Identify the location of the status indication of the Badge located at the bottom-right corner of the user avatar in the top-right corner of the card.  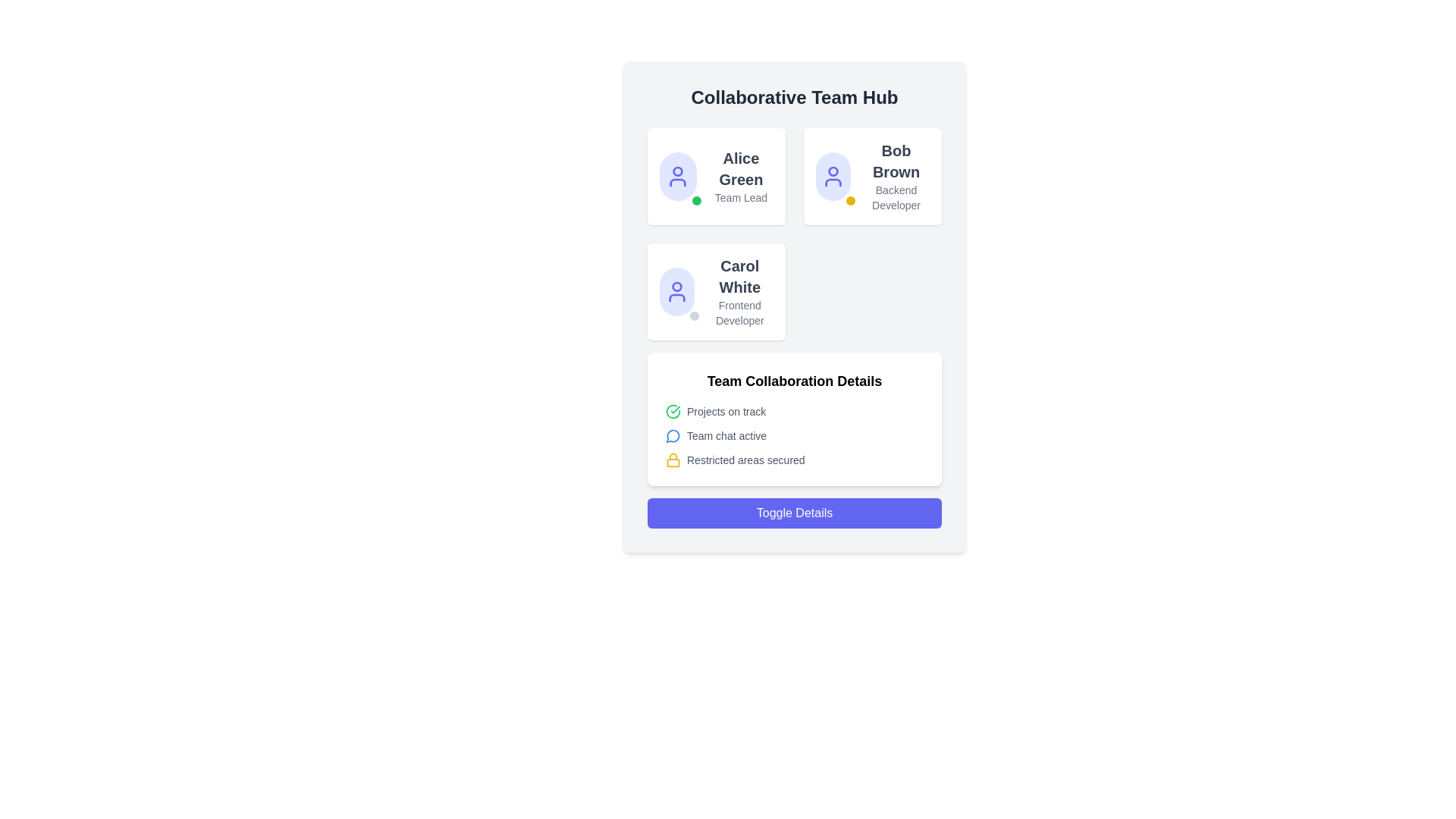
(851, 200).